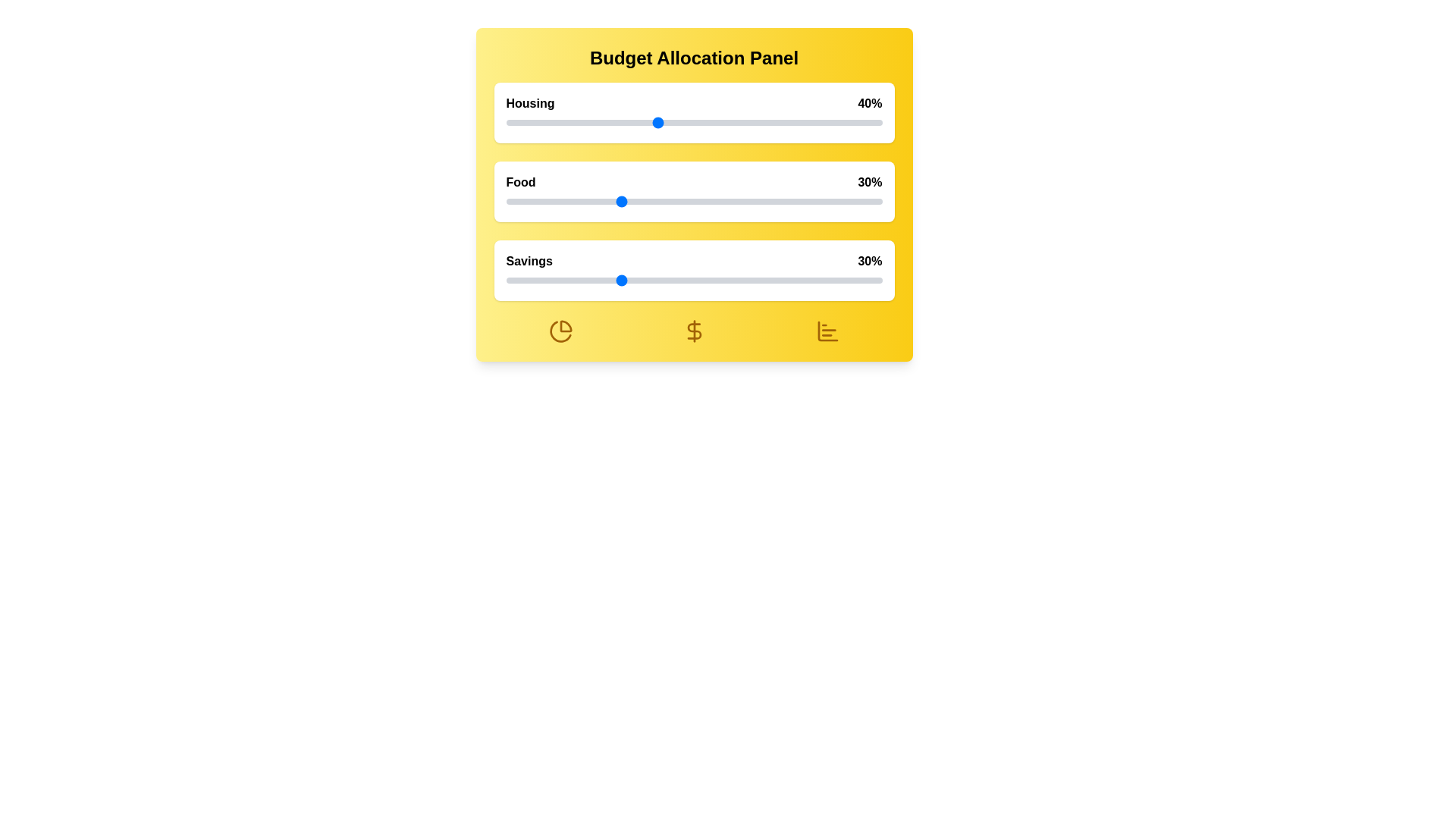 This screenshot has width=1456, height=819. Describe the element at coordinates (682, 281) in the screenshot. I see `the slider` at that location.